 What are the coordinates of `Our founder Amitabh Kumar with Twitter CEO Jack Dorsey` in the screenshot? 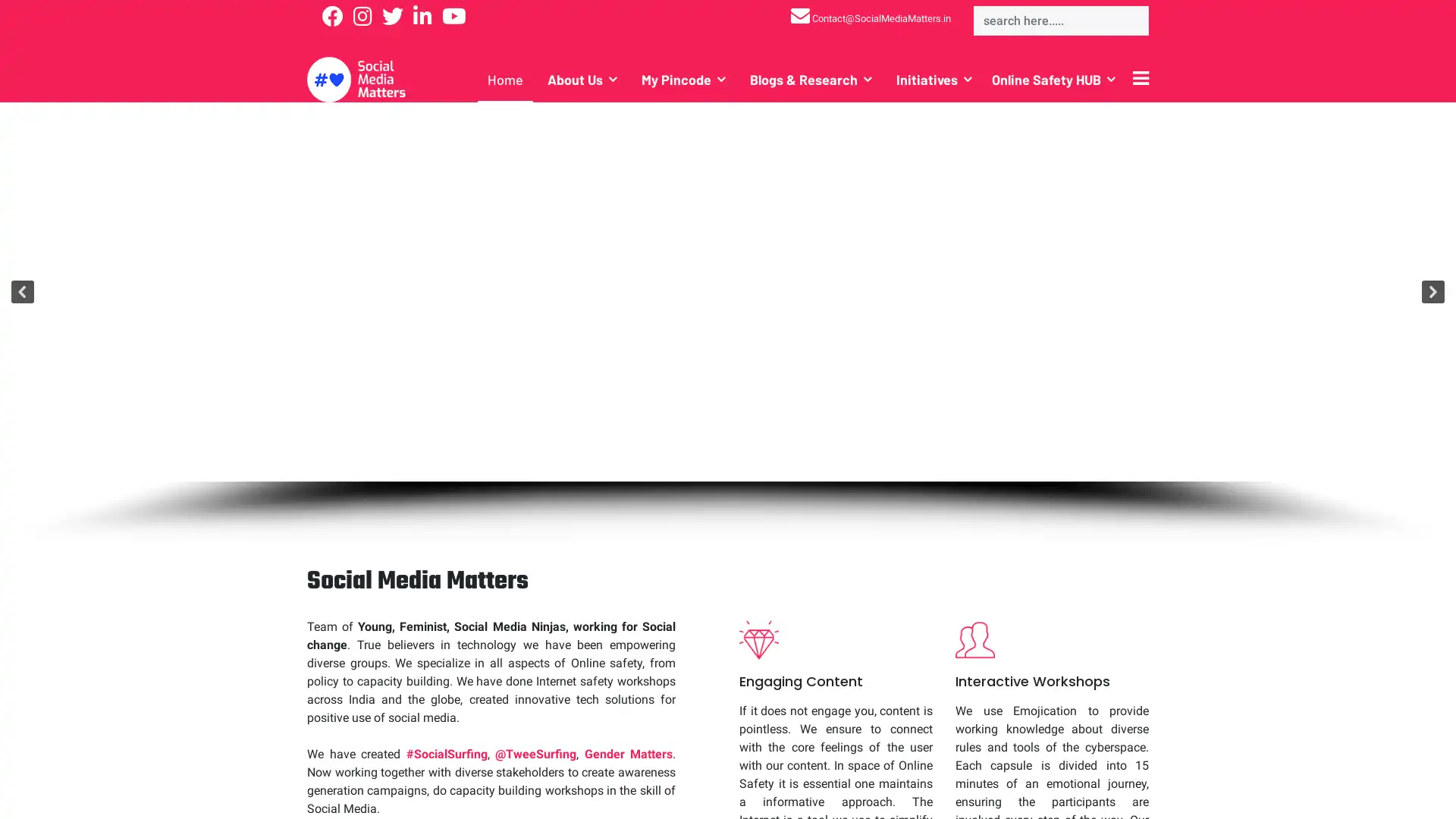 It's located at (735, 466).